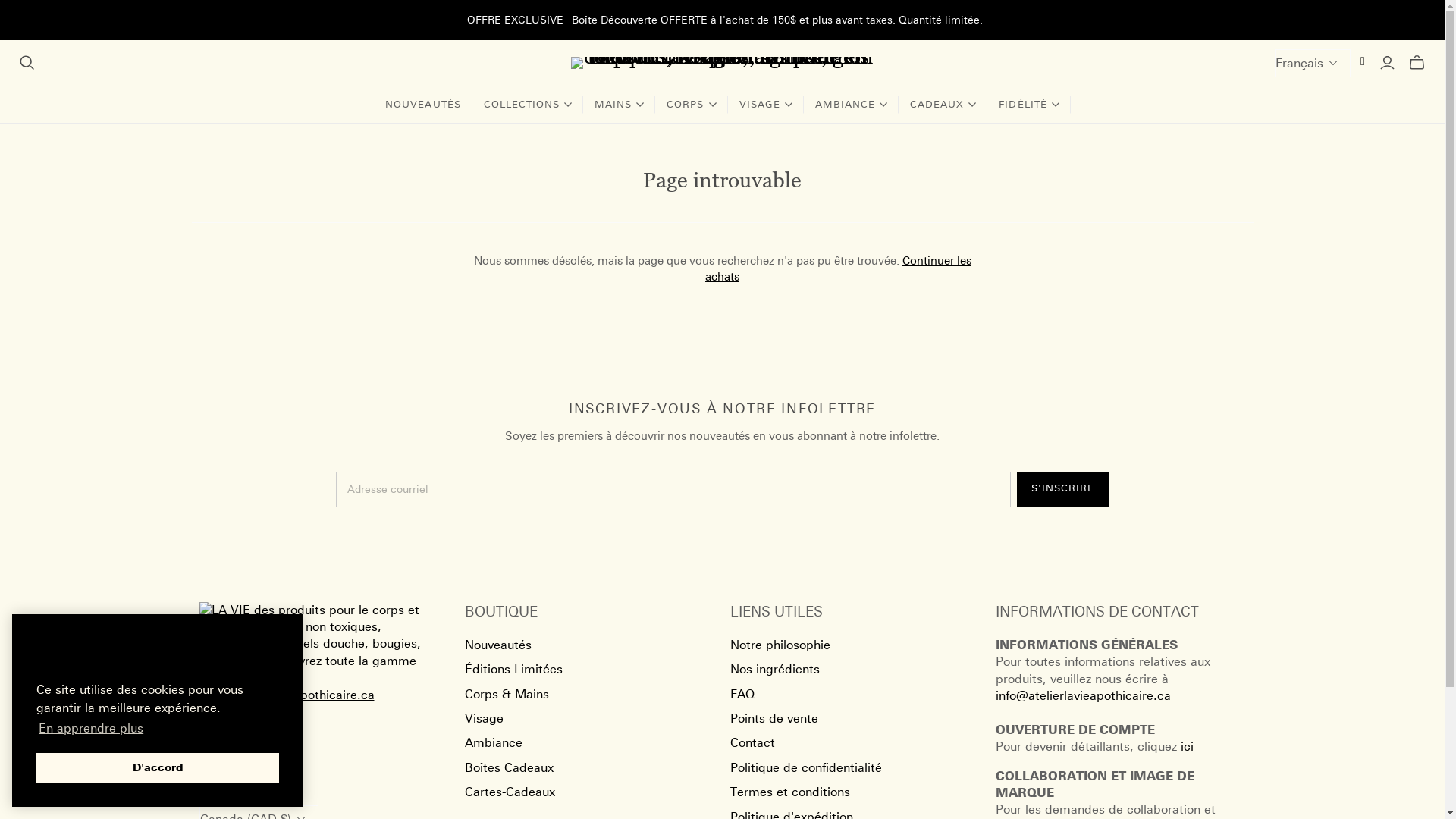  What do you see at coordinates (742, 694) in the screenshot?
I see `'FAQ'` at bounding box center [742, 694].